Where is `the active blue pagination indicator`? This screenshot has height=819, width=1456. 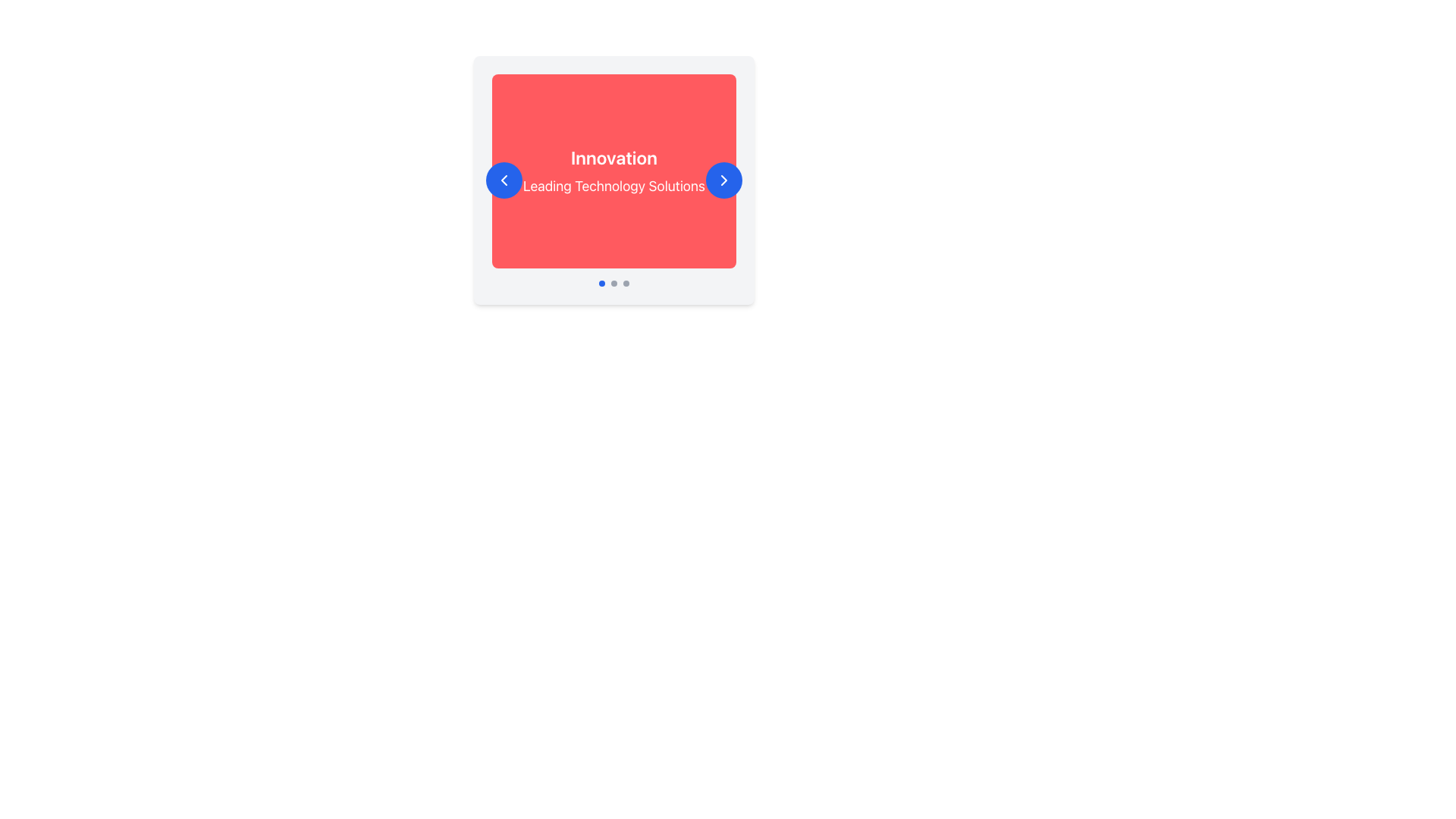
the active blue pagination indicator is located at coordinates (614, 284).